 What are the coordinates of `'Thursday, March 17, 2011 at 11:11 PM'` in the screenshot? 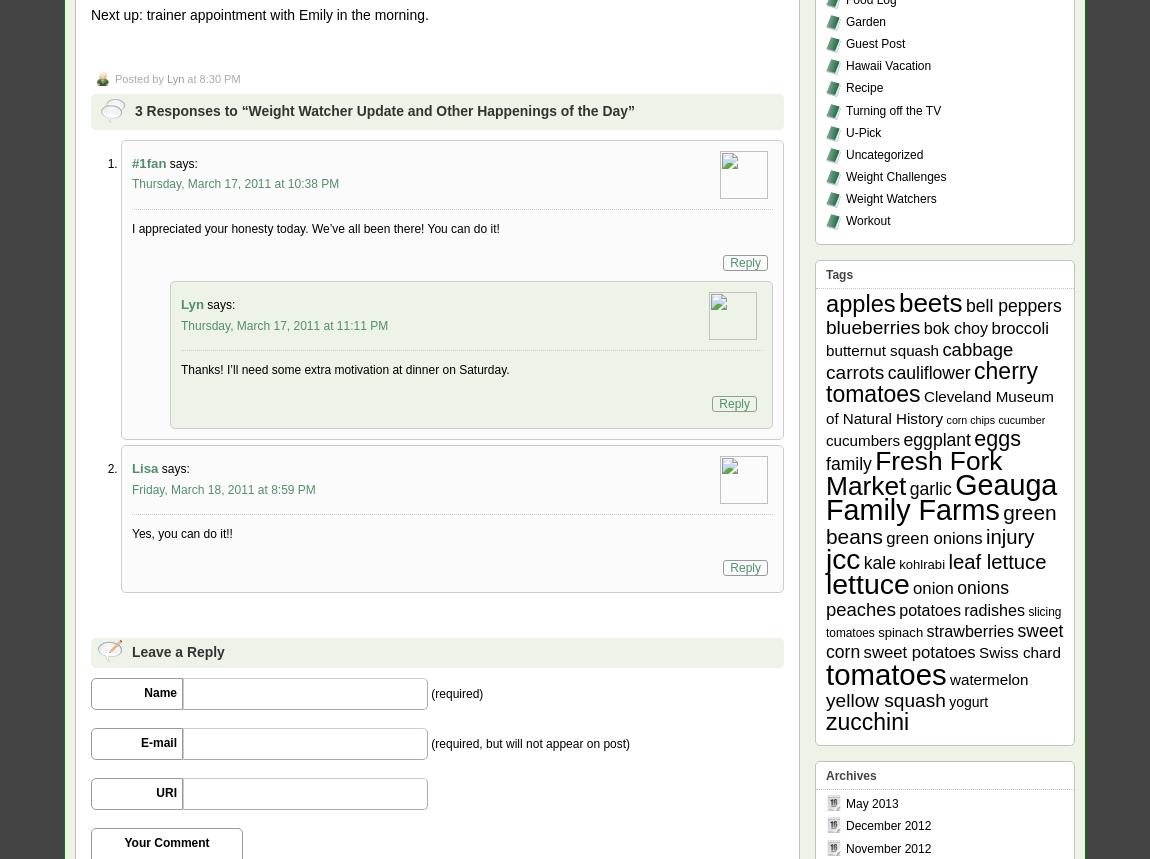 It's located at (283, 324).